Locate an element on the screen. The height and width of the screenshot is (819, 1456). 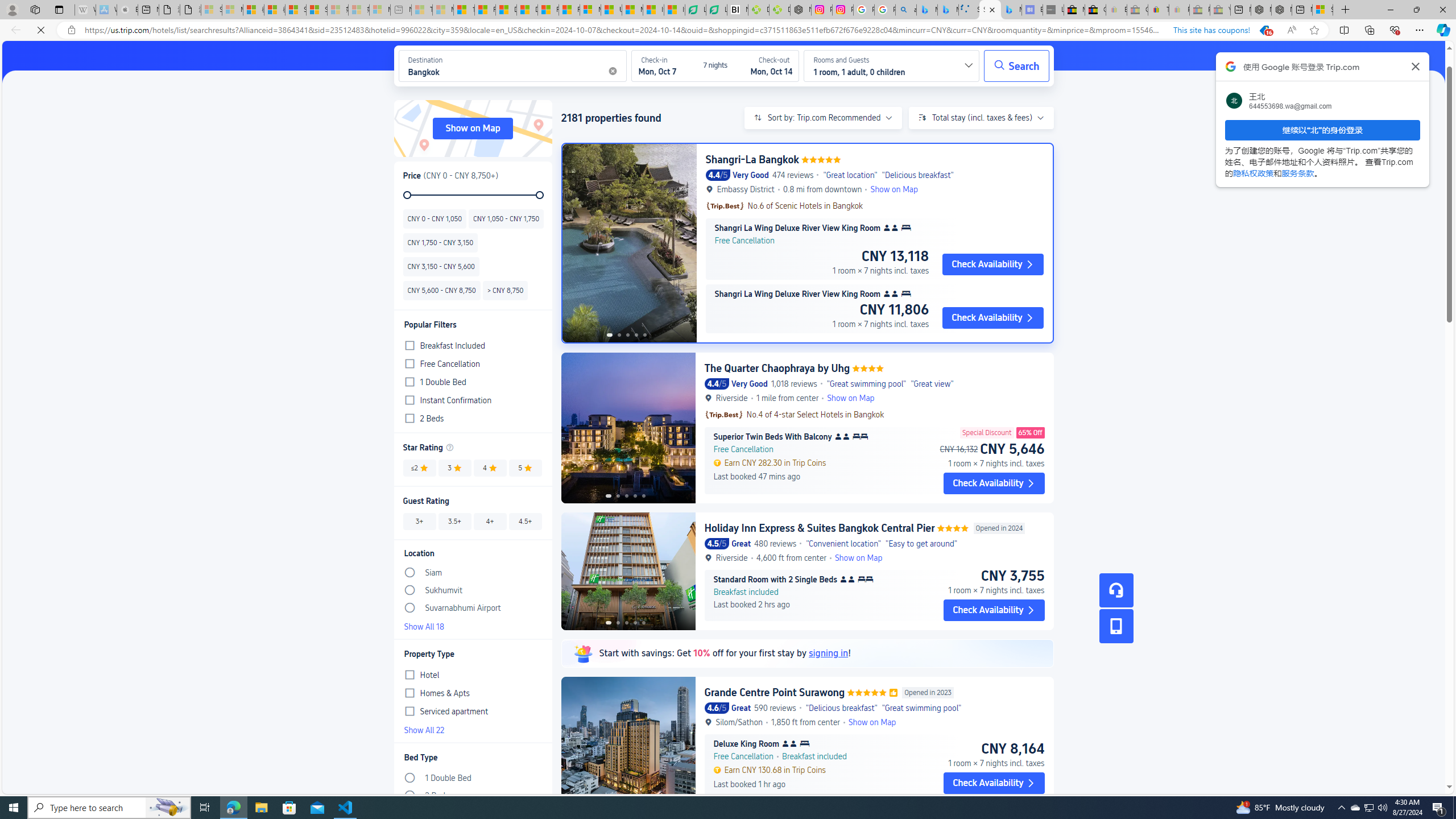
'Microsoft Services Agreement - Sleeping' is located at coordinates (231, 9).